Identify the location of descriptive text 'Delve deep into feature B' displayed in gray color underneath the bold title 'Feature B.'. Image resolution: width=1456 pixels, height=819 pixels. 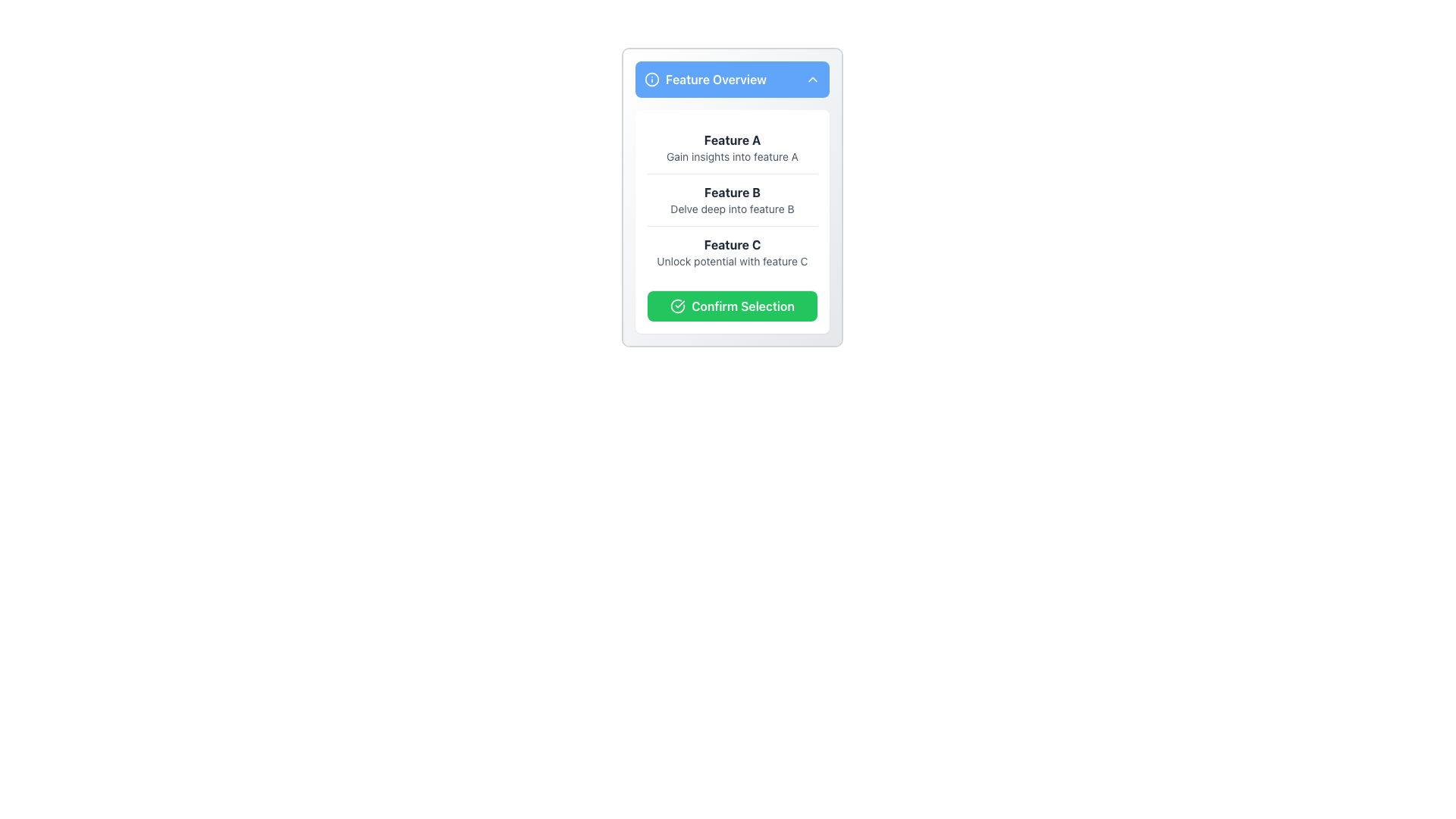
(732, 209).